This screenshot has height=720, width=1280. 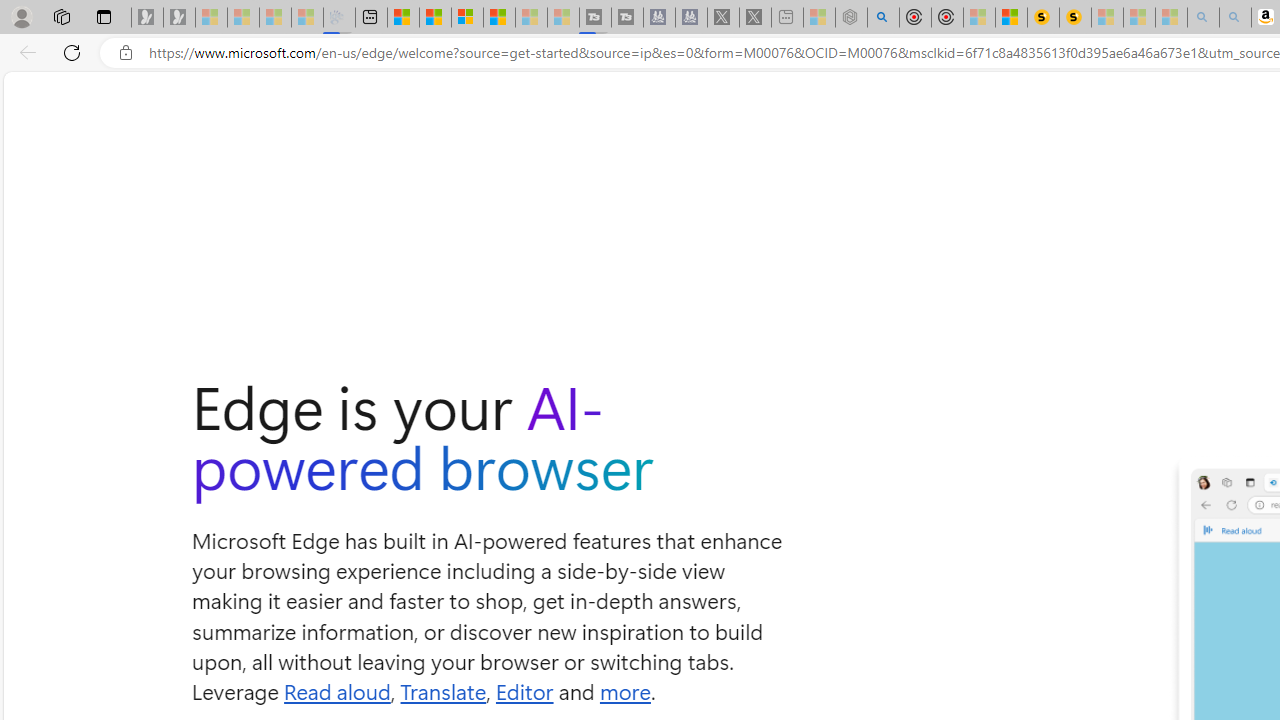 I want to click on 'Nordace - Summer Adventures 2024 - Sleeping', so click(x=851, y=17).